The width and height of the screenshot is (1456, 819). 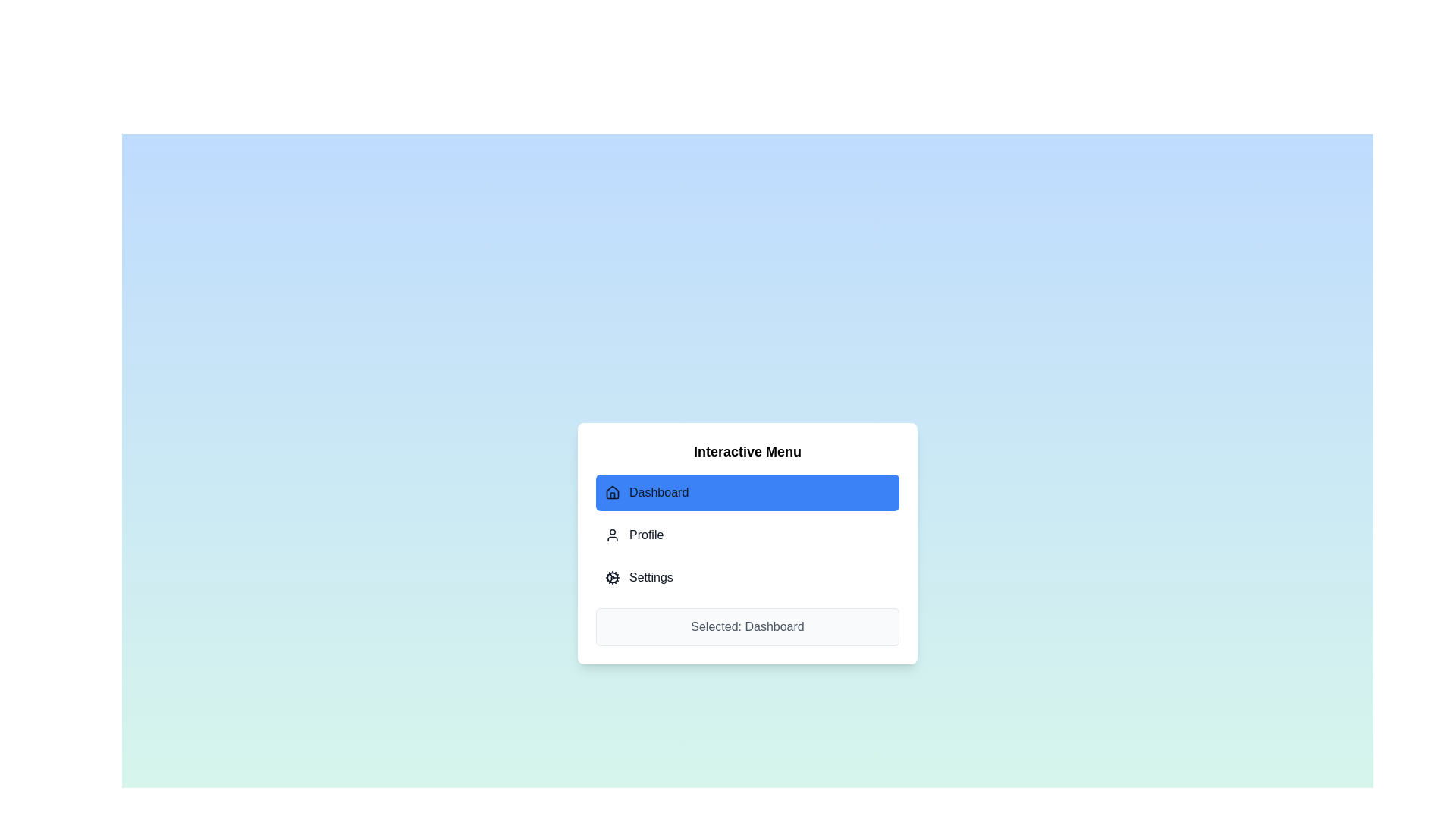 I want to click on the Dashboard tab in the menu, so click(x=747, y=493).